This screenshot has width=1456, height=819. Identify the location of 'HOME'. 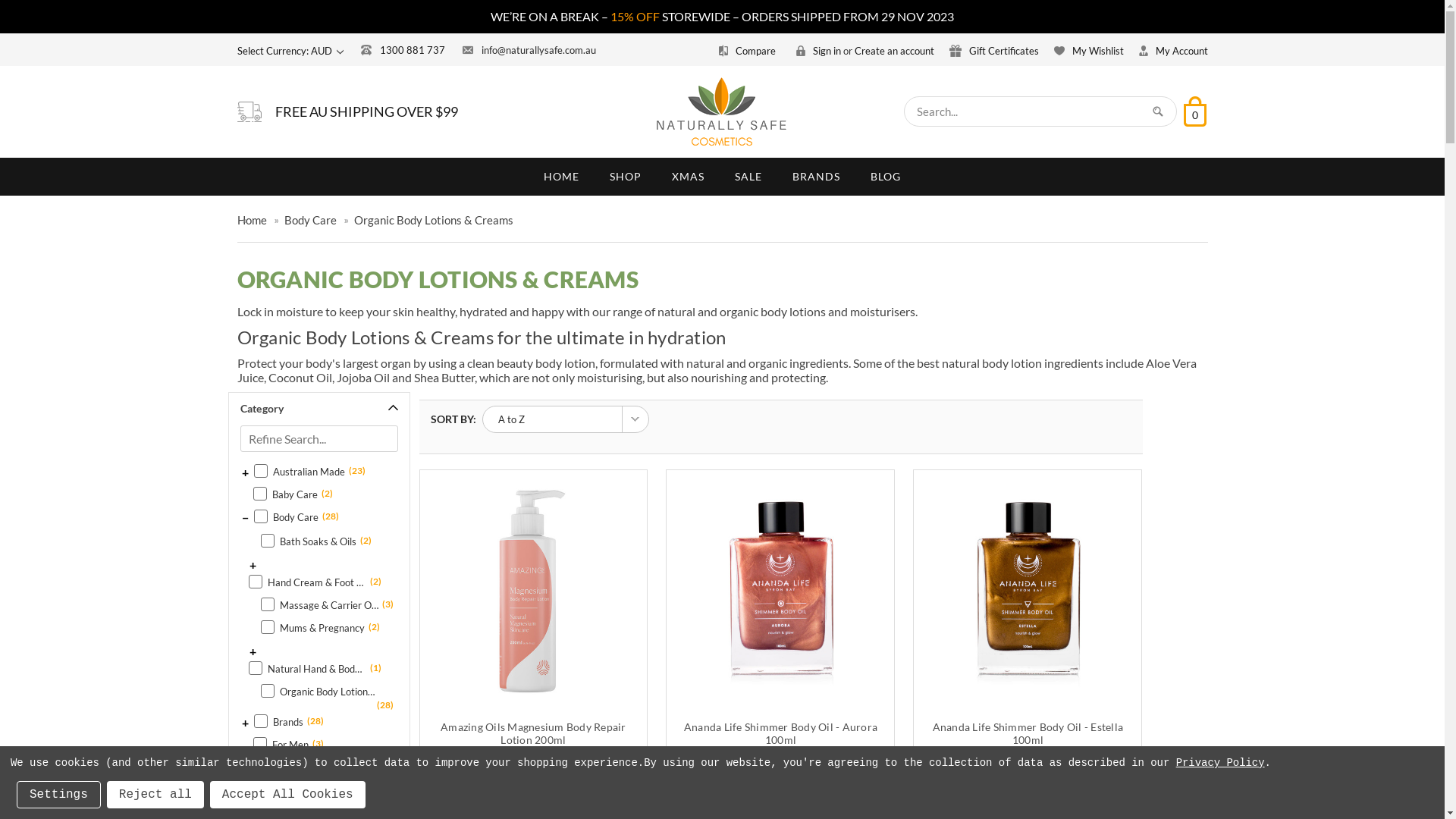
(528, 175).